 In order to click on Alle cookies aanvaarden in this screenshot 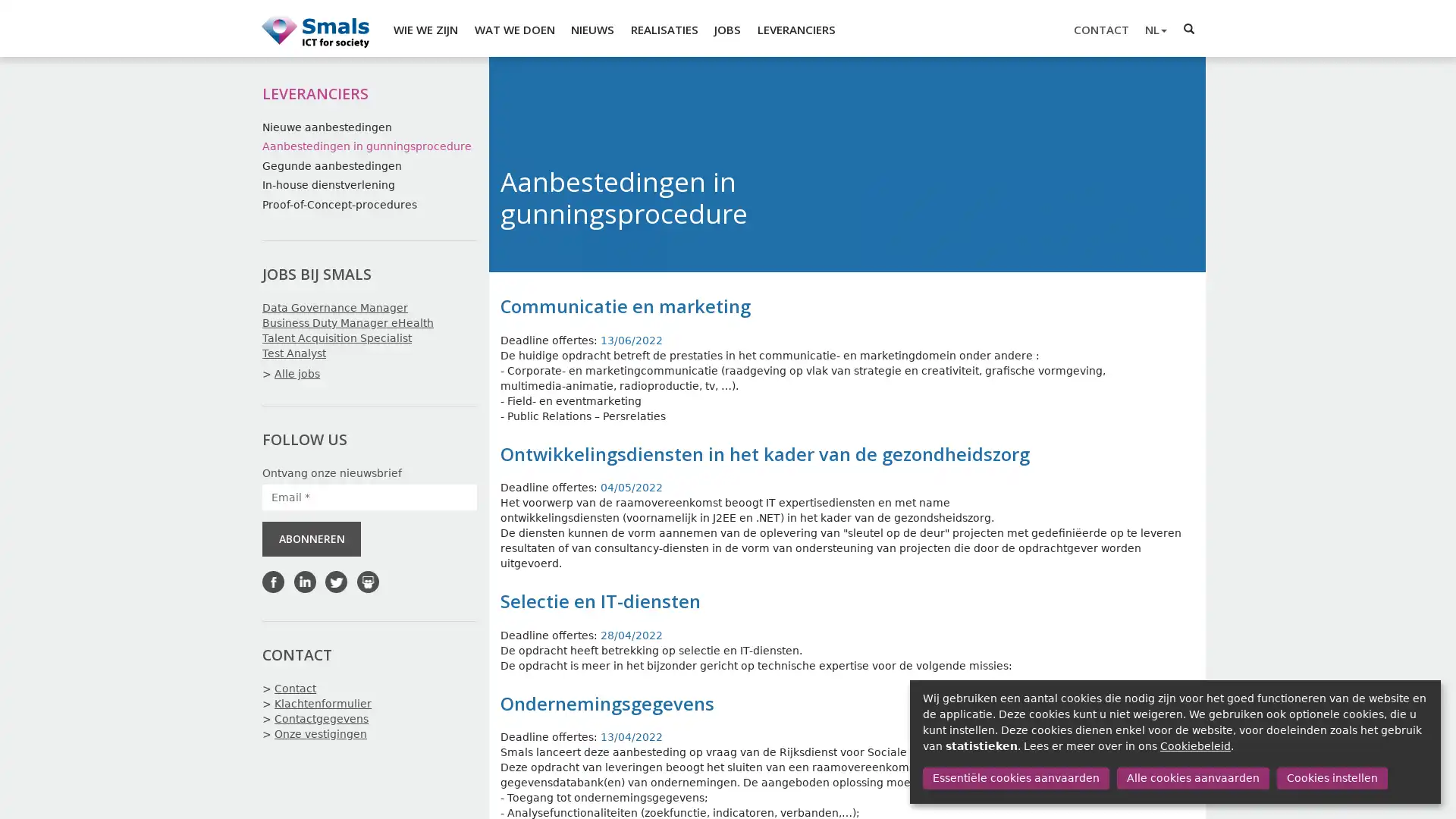, I will do `click(1191, 778)`.